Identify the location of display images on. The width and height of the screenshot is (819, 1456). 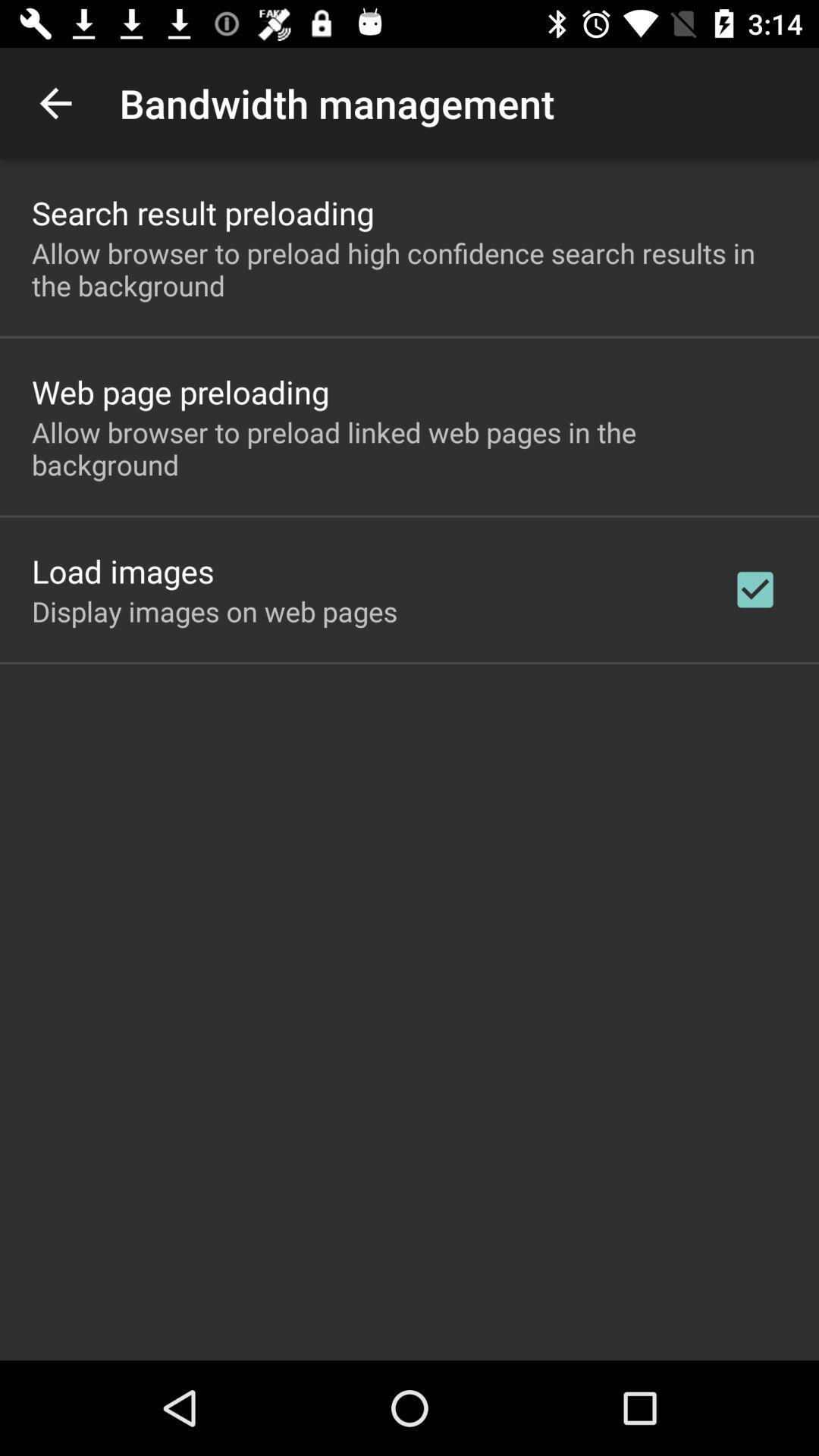
(215, 611).